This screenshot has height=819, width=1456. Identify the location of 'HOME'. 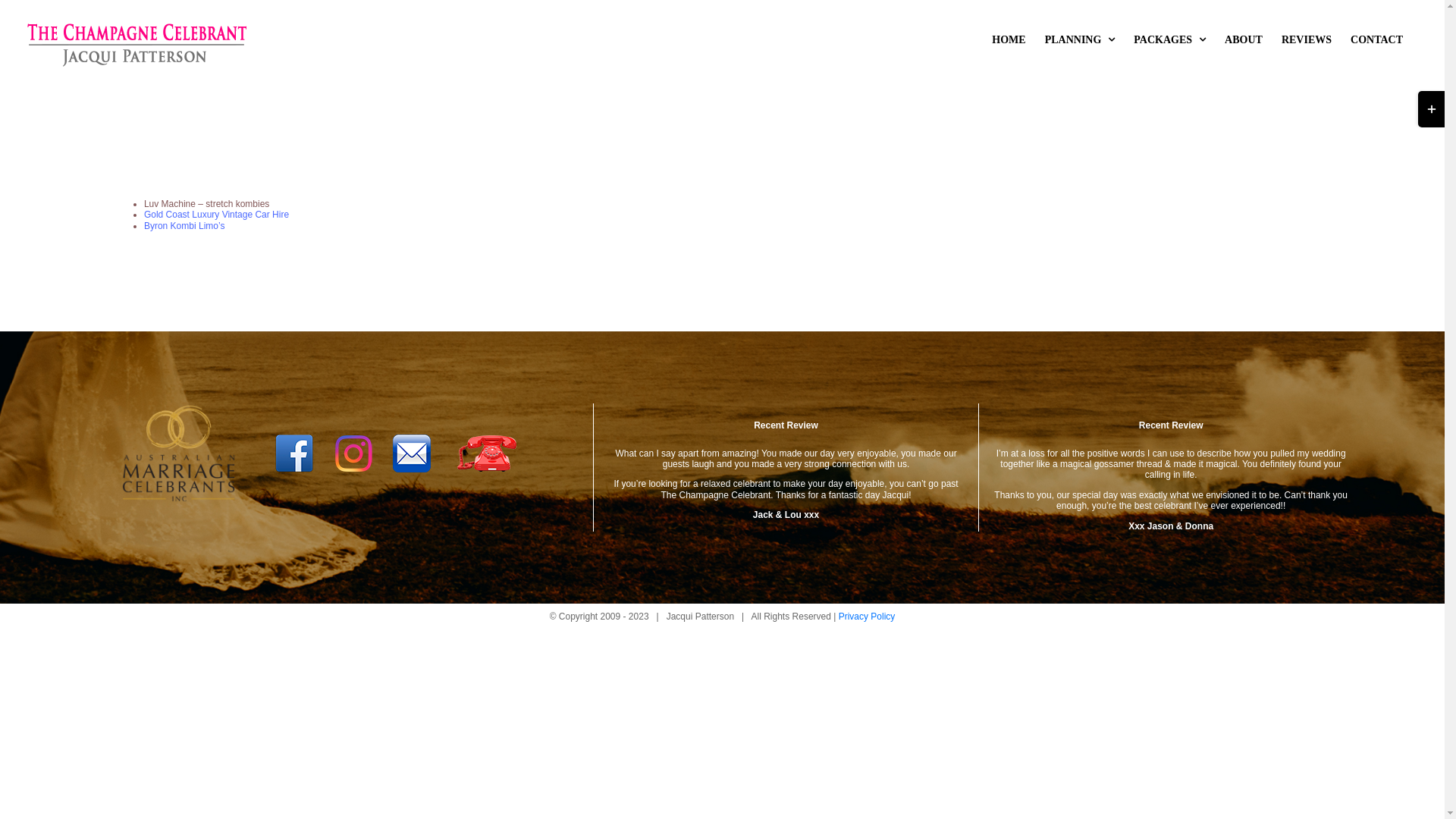
(1008, 39).